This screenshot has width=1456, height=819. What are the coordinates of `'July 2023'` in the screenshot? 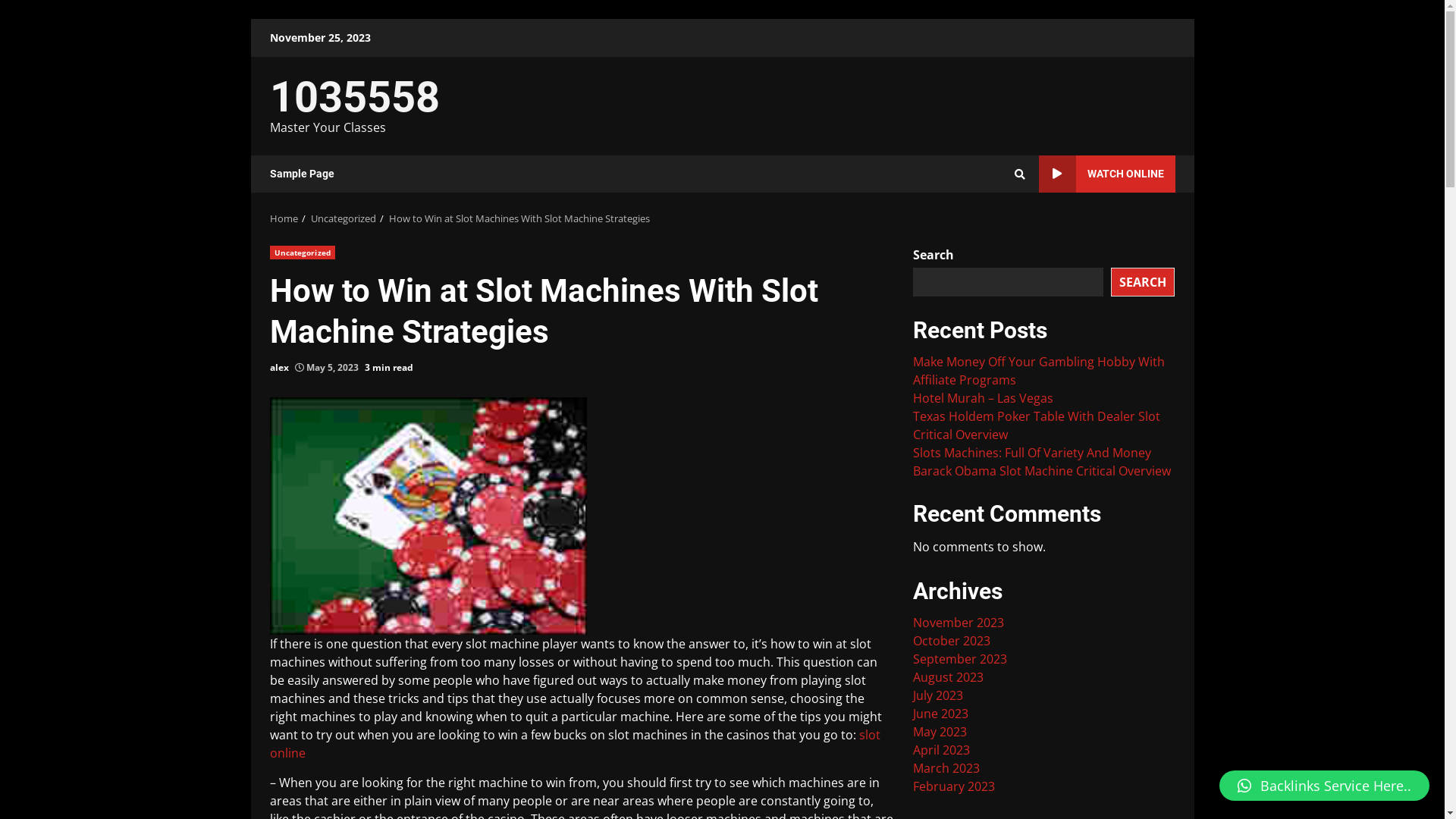 It's located at (937, 695).